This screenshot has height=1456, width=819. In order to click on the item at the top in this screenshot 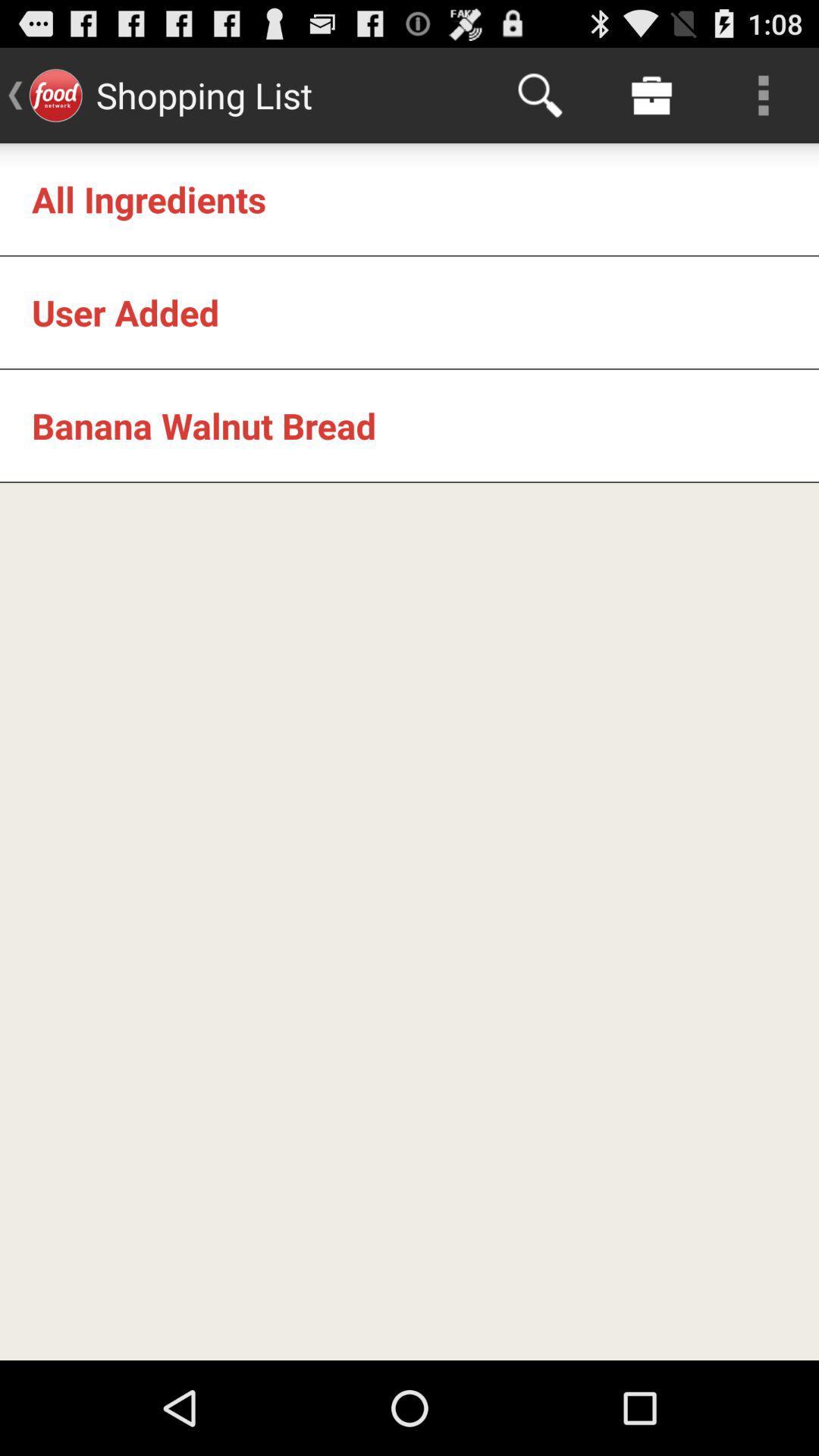, I will do `click(539, 94)`.